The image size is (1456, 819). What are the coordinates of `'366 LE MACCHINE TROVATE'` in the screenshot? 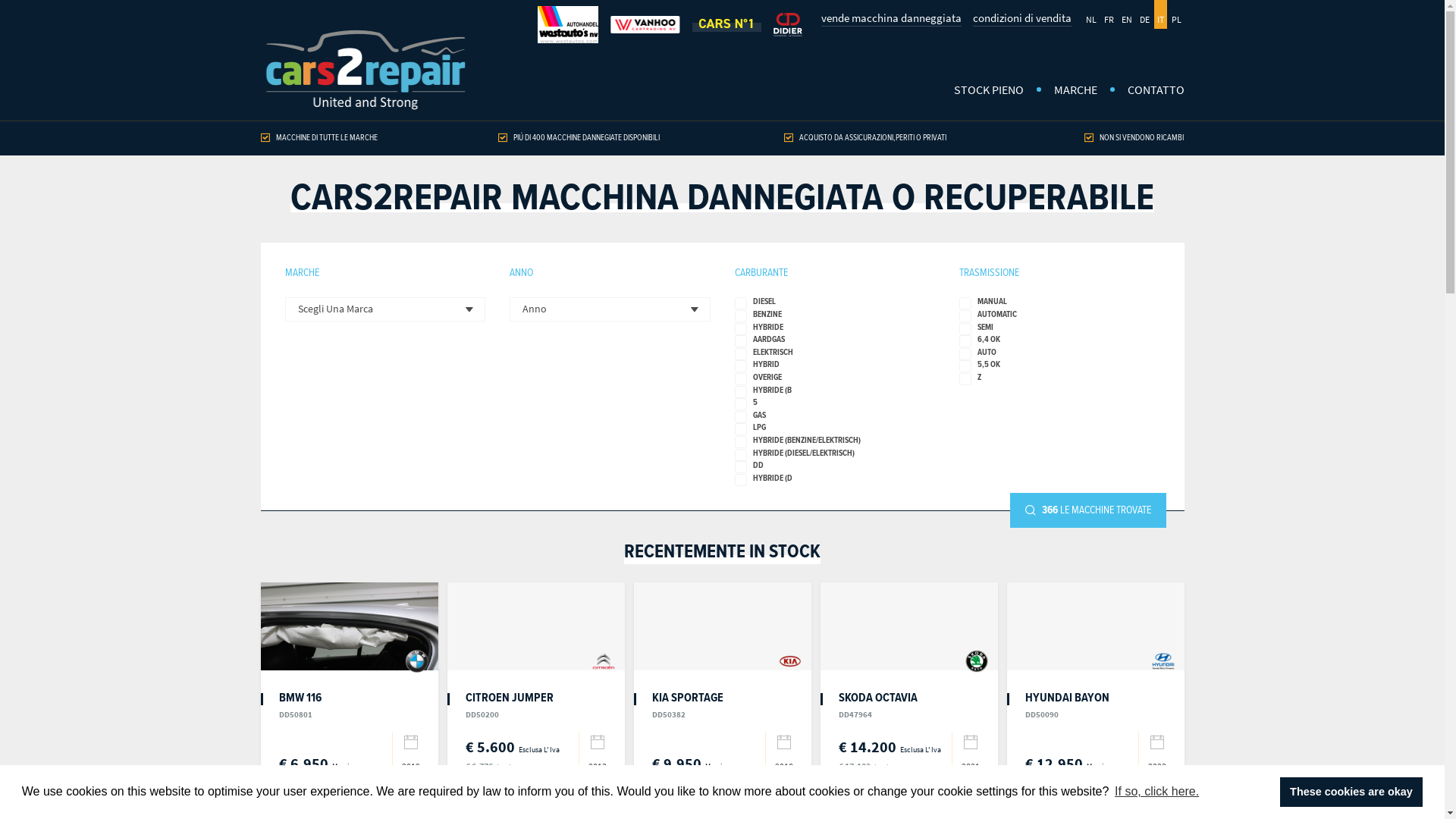 It's located at (1087, 510).